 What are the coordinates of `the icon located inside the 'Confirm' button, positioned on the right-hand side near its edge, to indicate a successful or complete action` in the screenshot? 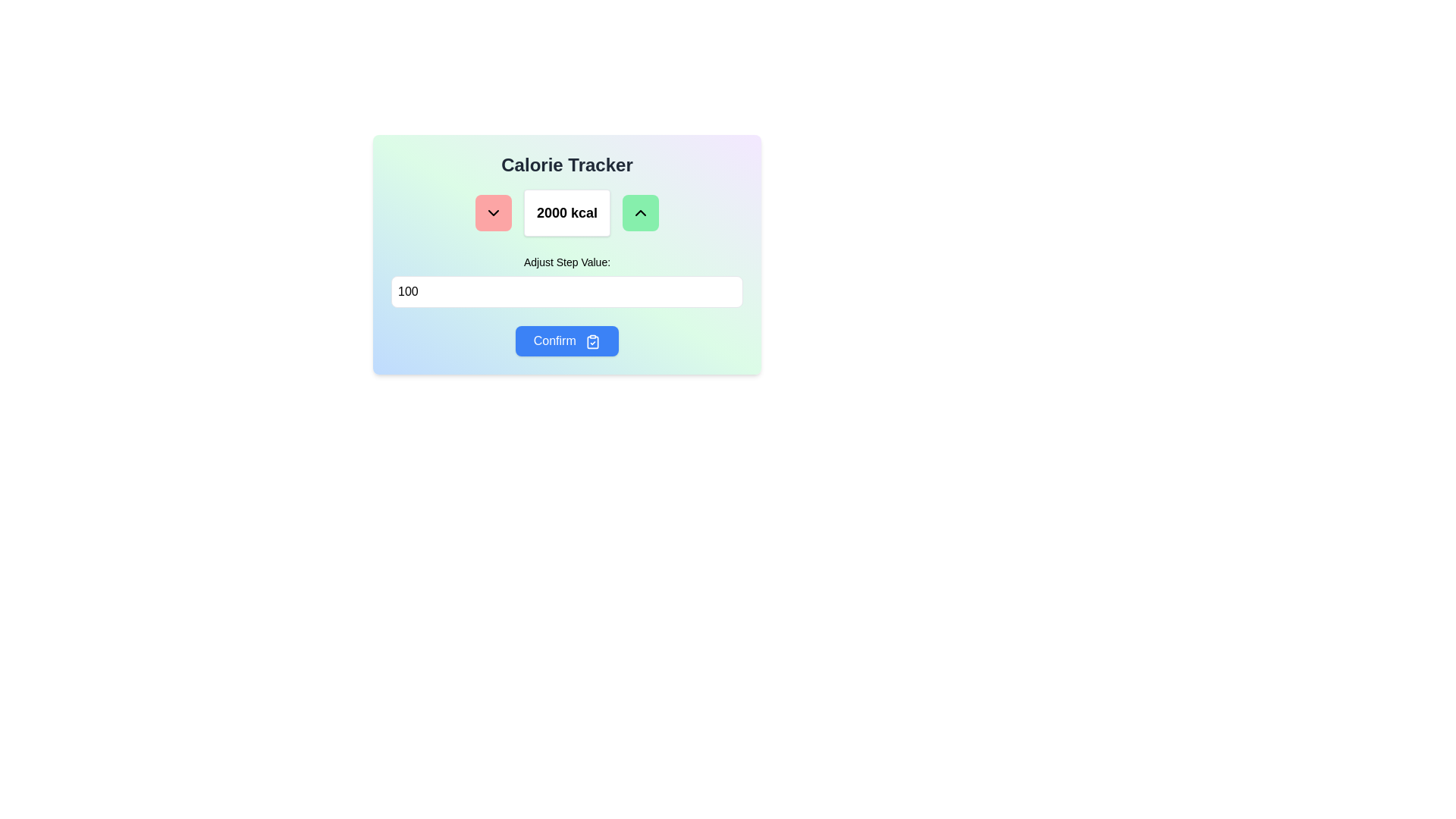 It's located at (592, 341).